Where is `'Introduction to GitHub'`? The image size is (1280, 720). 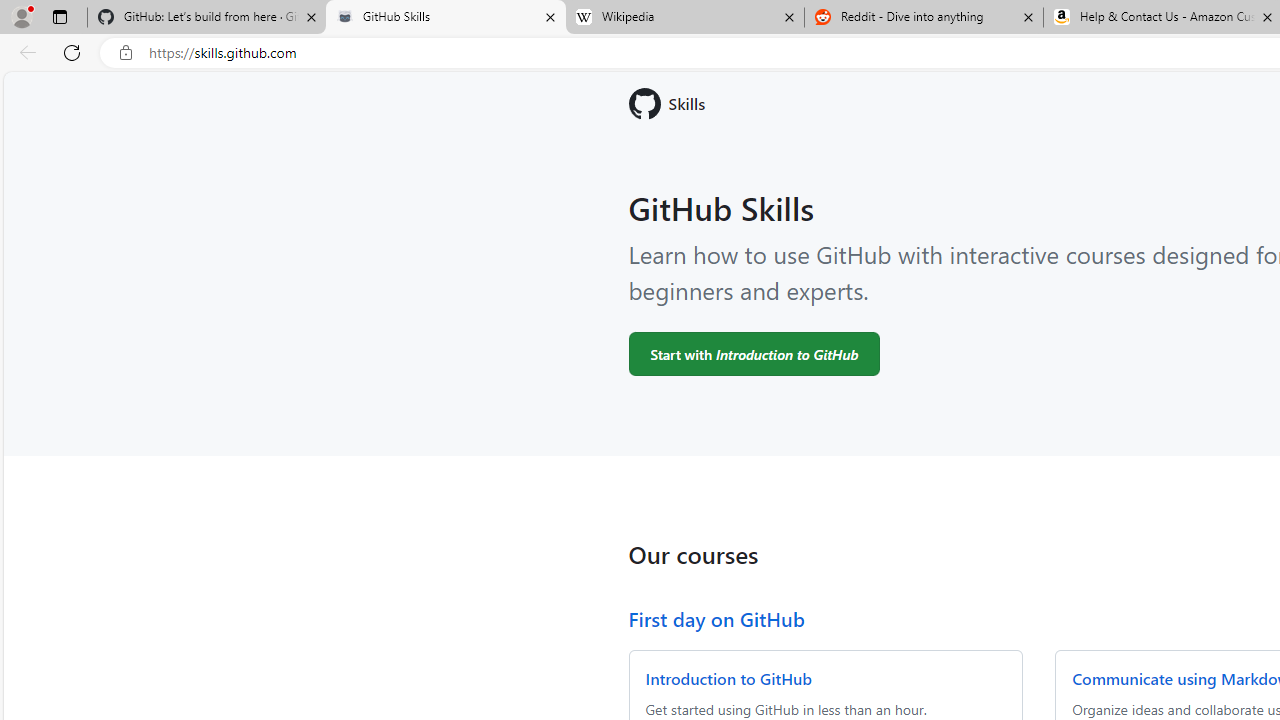 'Introduction to GitHub' is located at coordinates (727, 677).